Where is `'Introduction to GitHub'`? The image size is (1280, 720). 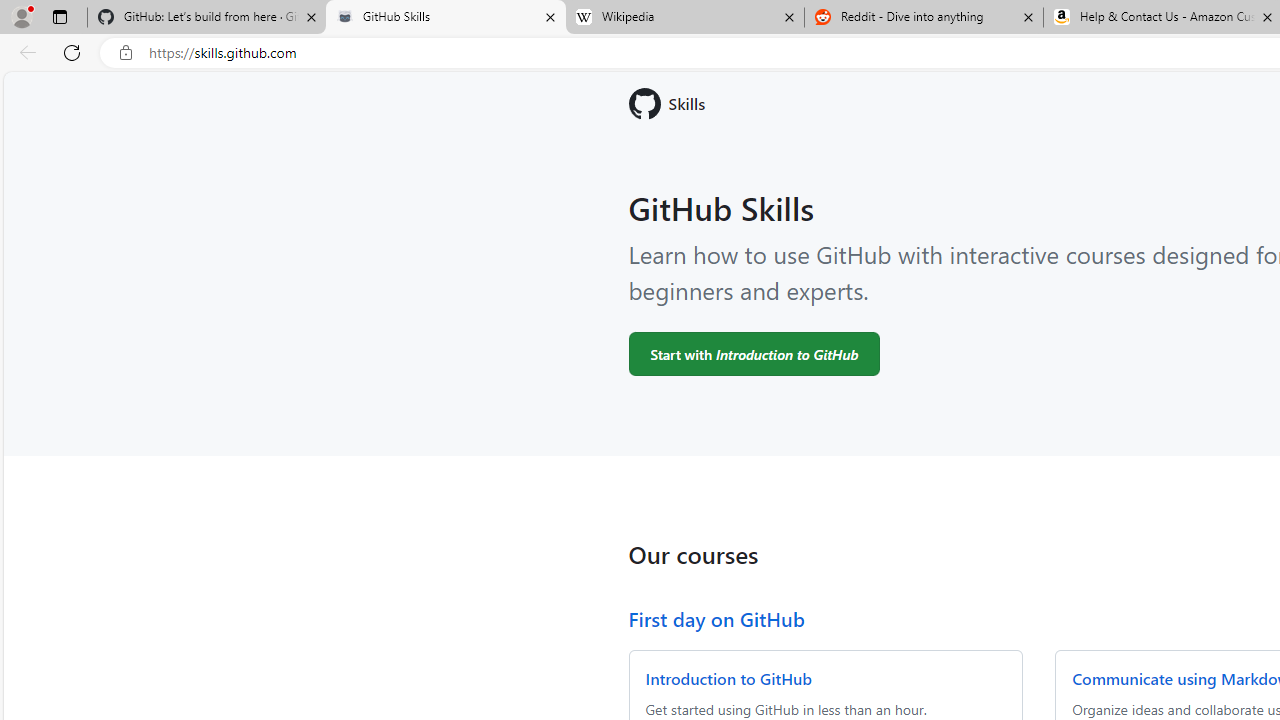 'Introduction to GitHub' is located at coordinates (727, 677).